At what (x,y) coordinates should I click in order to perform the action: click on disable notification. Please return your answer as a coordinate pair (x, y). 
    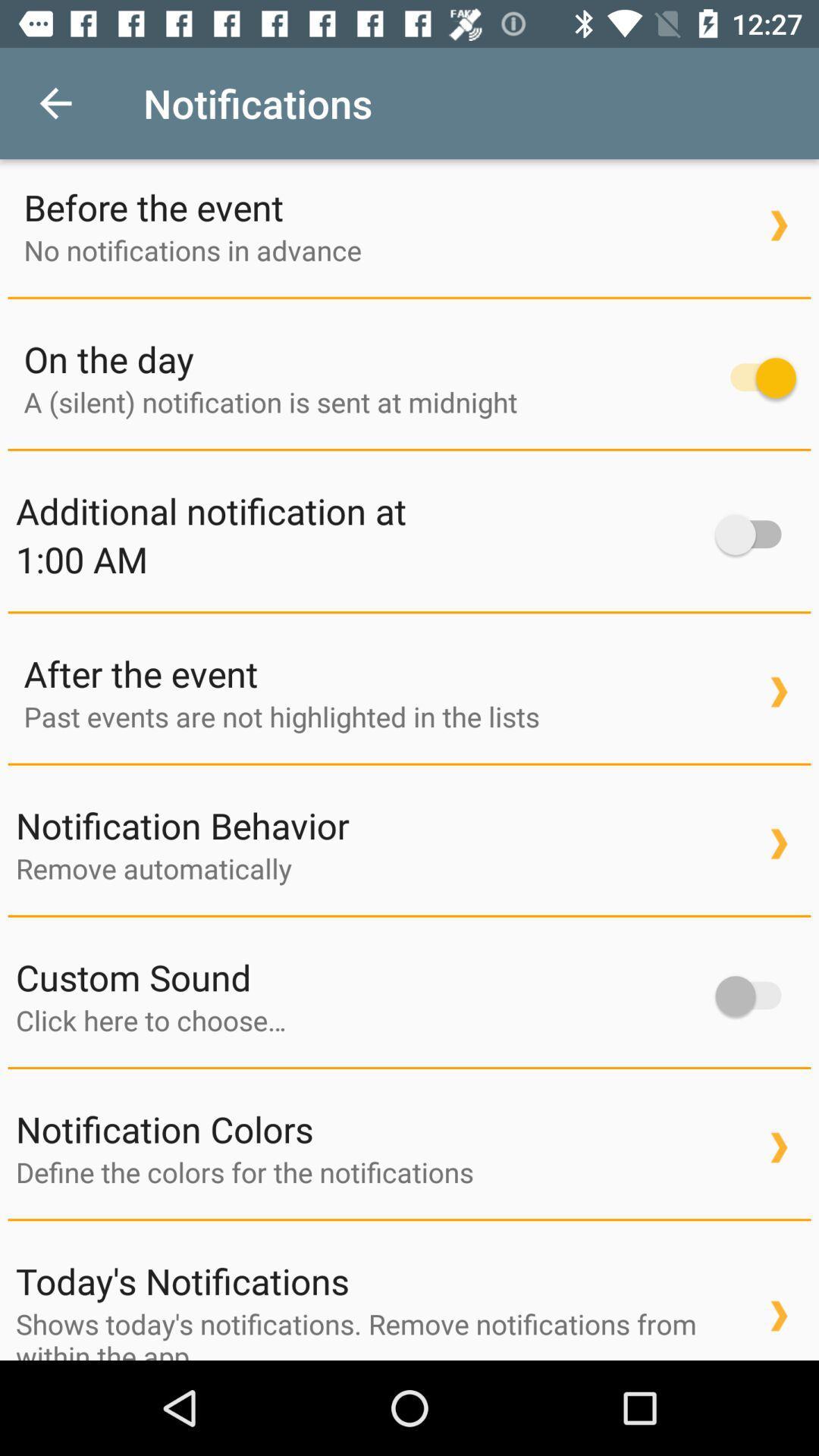
    Looking at the image, I should click on (755, 378).